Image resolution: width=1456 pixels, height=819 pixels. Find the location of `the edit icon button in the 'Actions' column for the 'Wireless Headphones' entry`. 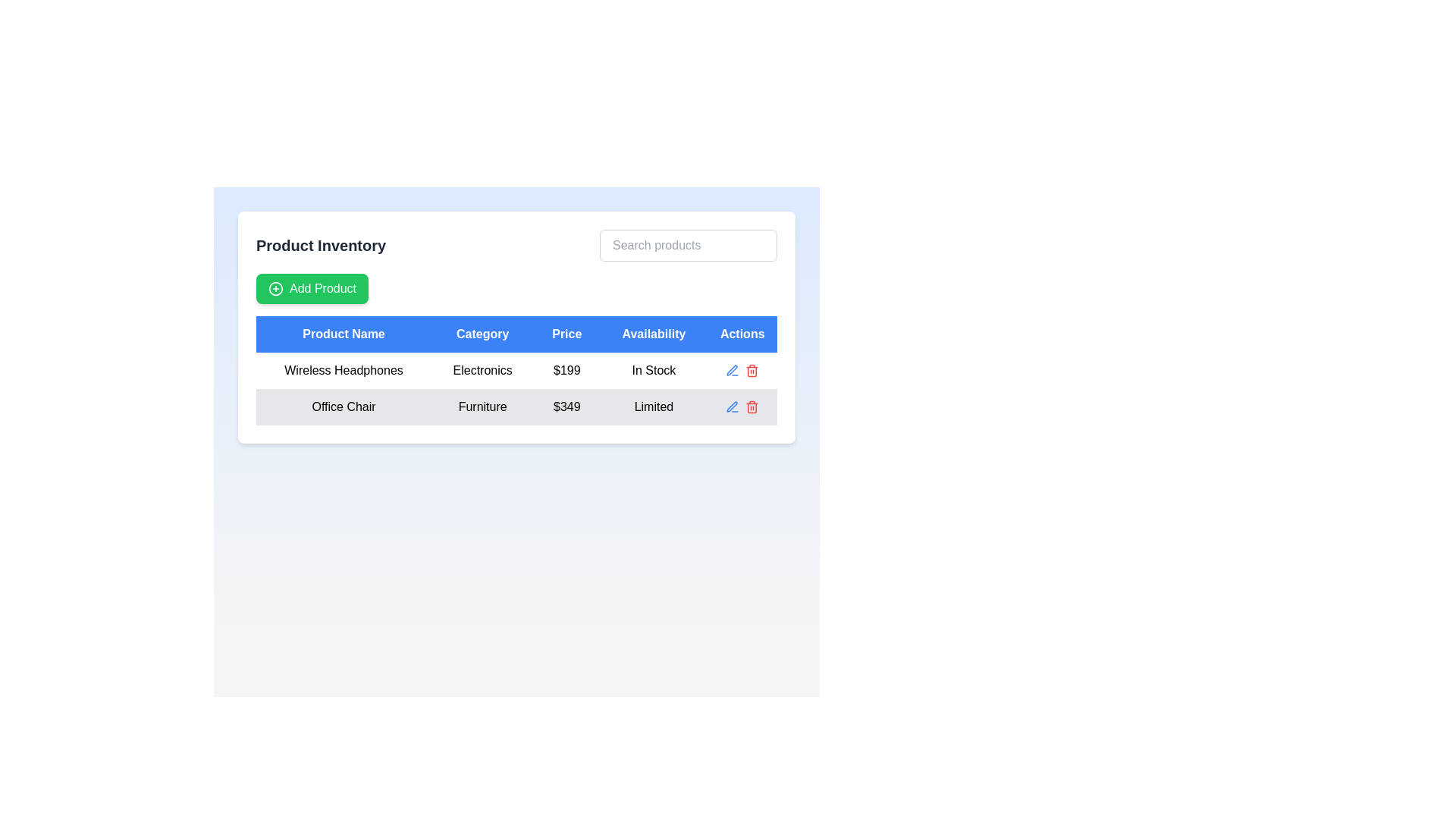

the edit icon button in the 'Actions' column for the 'Wireless Headphones' entry is located at coordinates (732, 406).